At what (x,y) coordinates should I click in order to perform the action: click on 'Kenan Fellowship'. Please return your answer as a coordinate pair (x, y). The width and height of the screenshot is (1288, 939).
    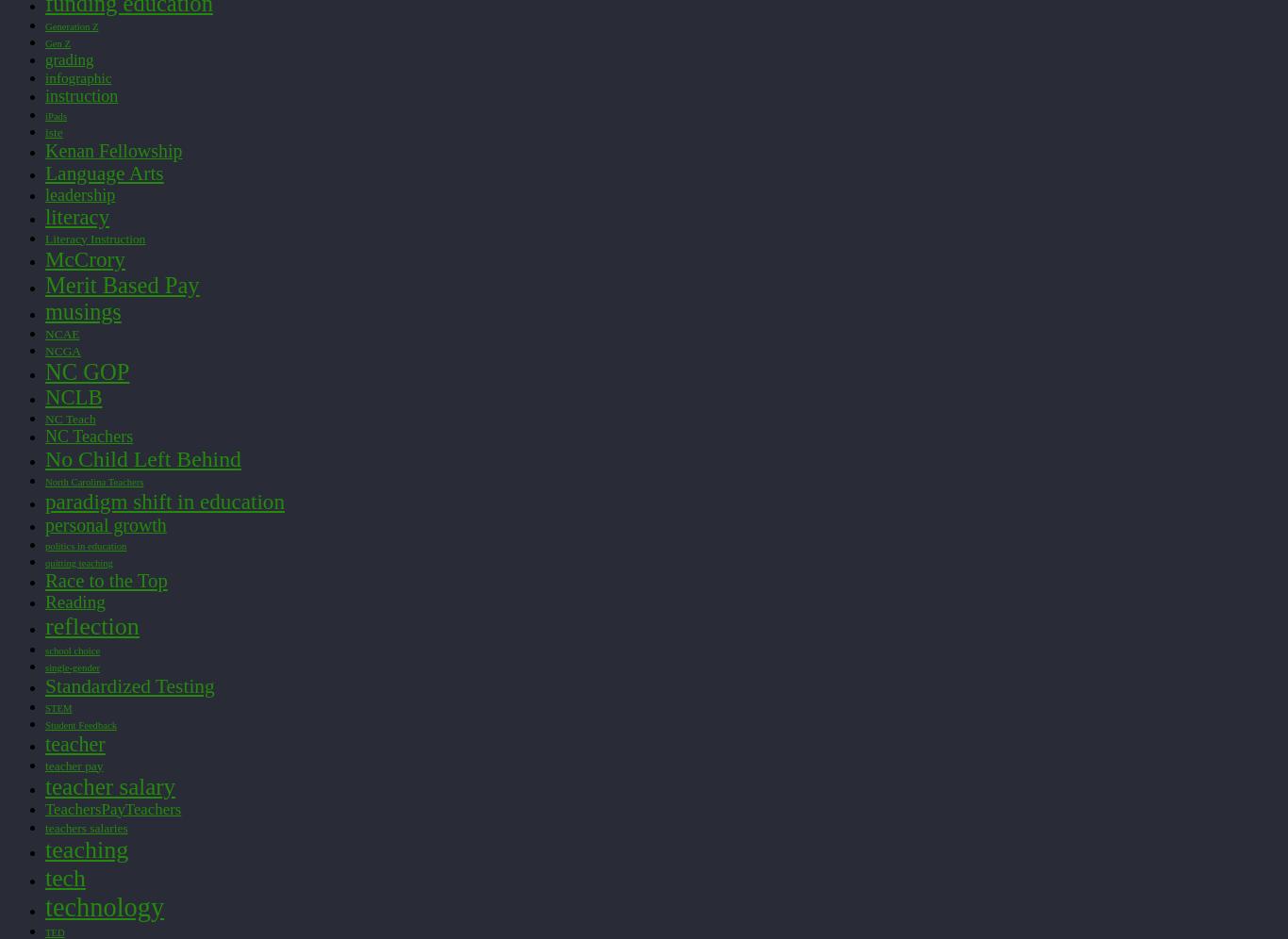
    Looking at the image, I should click on (112, 148).